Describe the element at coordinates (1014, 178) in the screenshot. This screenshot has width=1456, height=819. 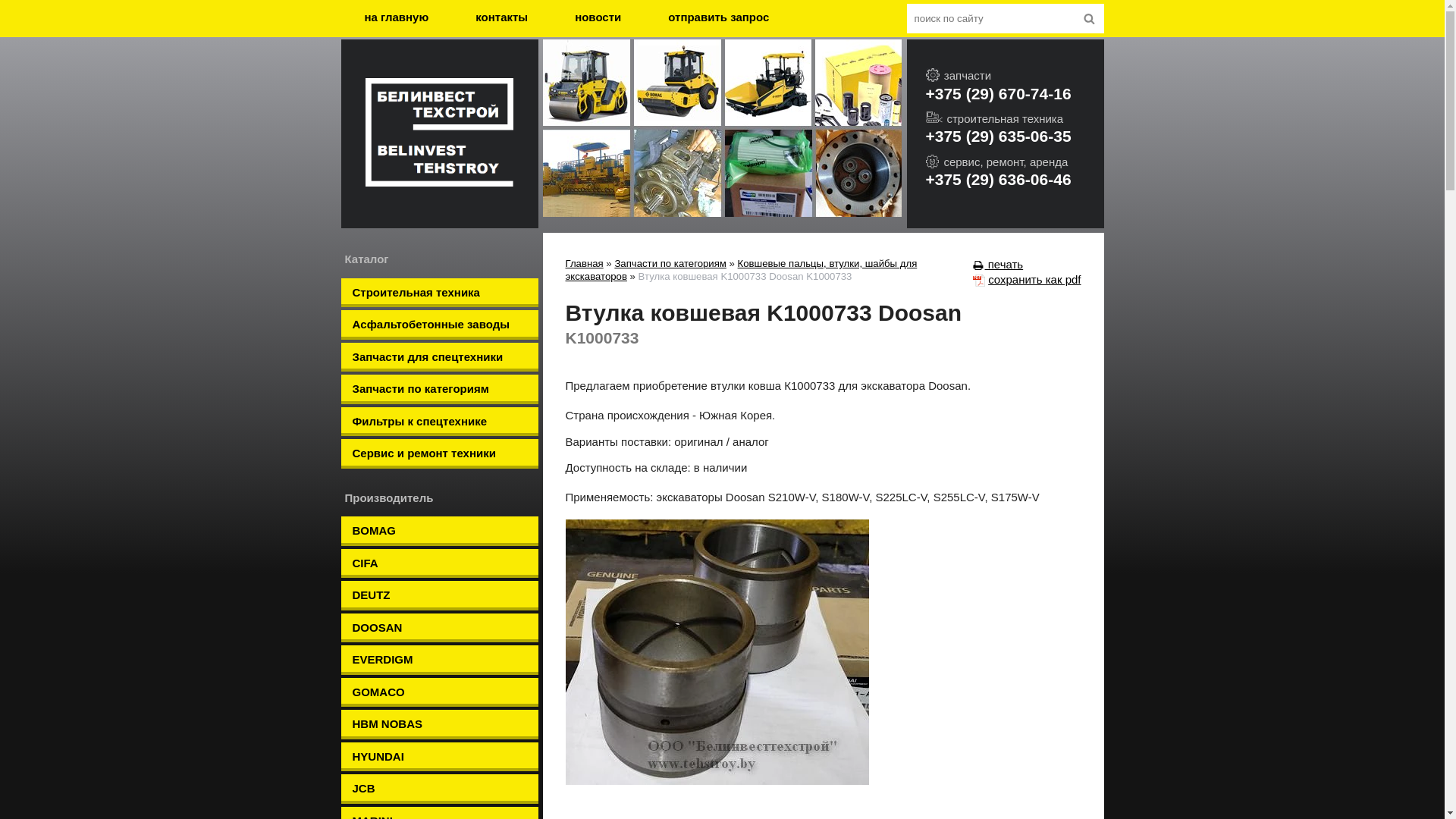
I see `'+375 (29) 636-06-46'` at that location.